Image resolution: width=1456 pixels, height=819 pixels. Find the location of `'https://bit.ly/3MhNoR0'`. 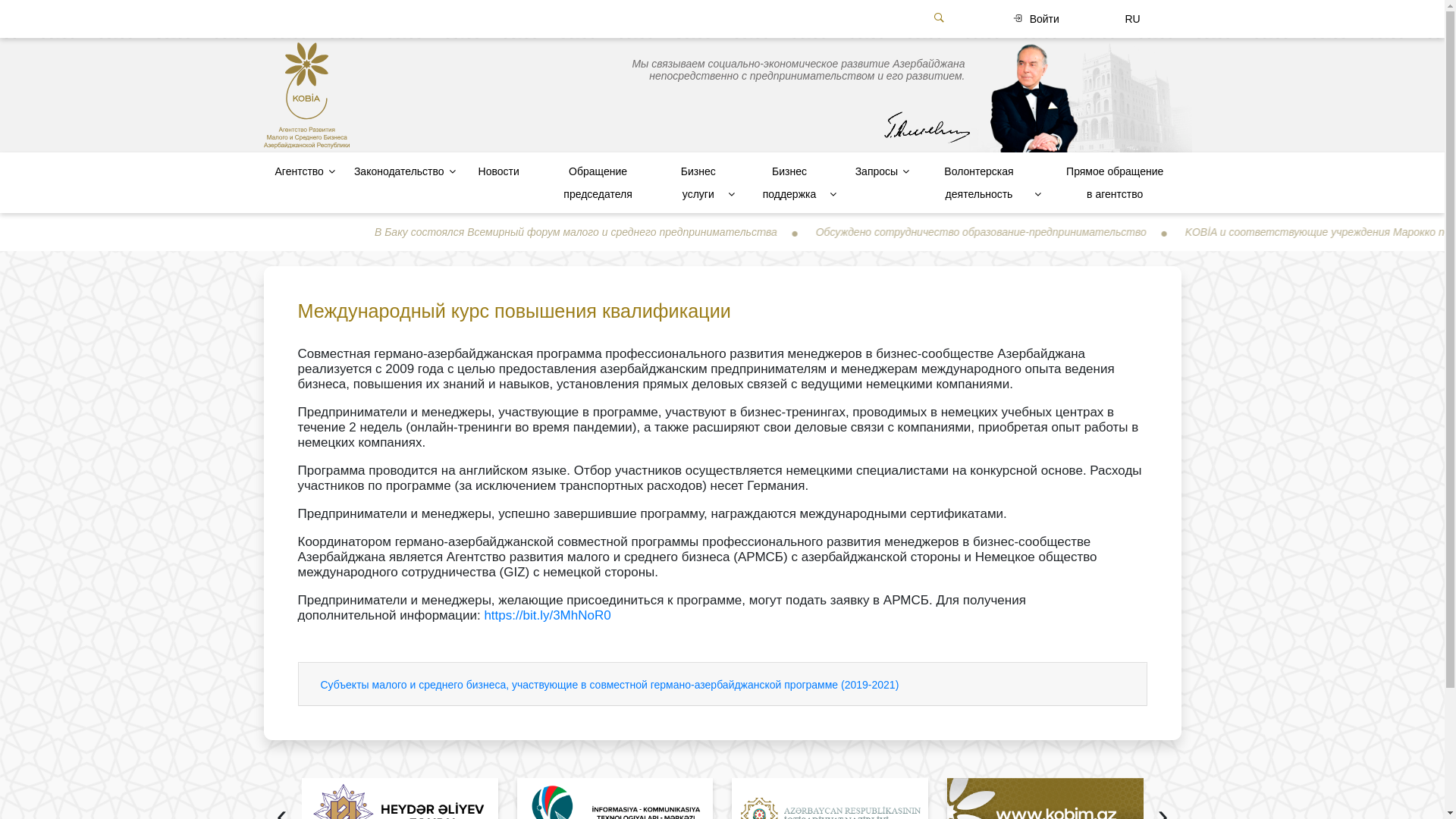

'https://bit.ly/3MhNoR0' is located at coordinates (546, 615).